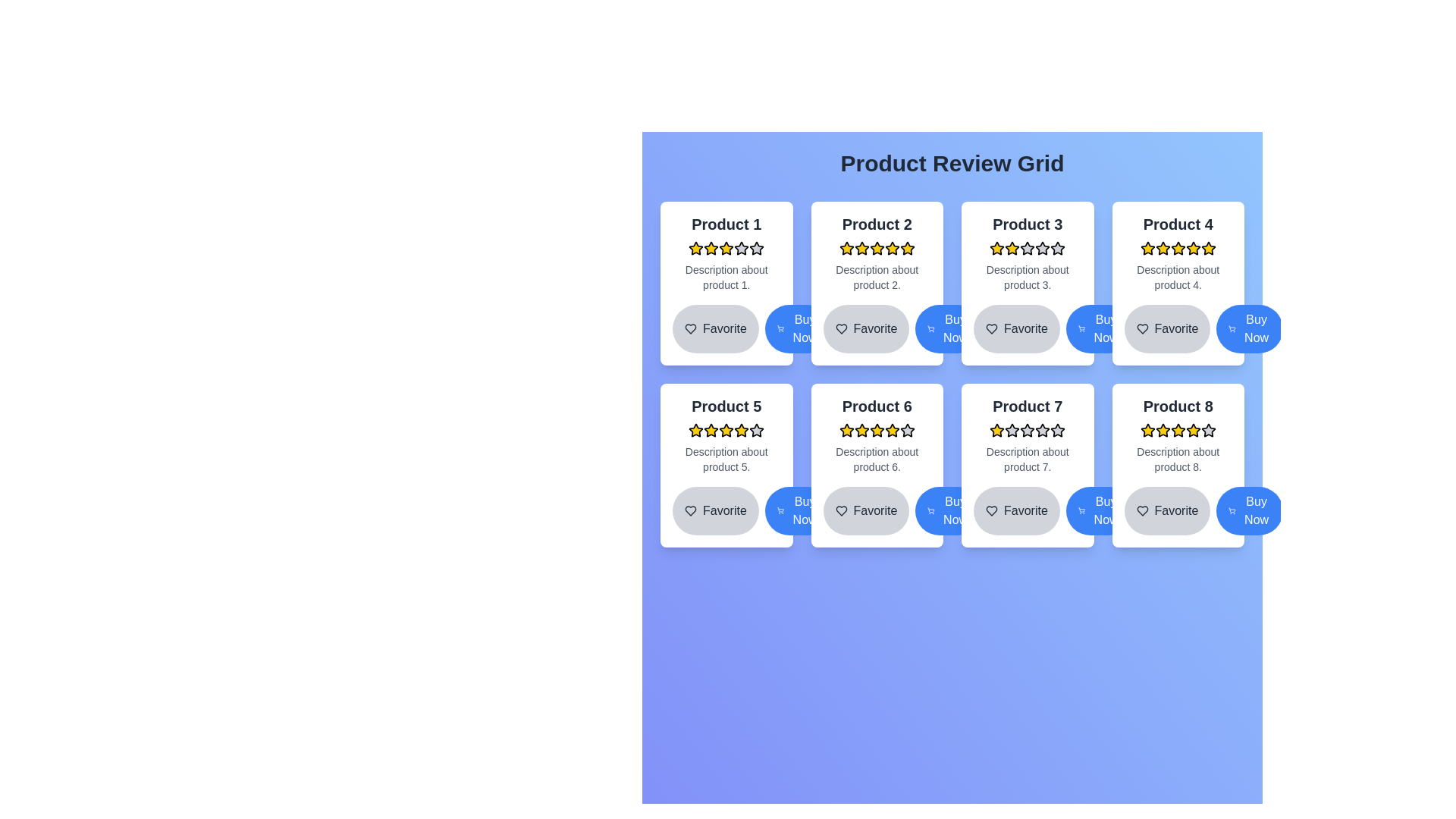  Describe the element at coordinates (726, 284) in the screenshot. I see `the first product card in the grid layout to trigger additional visual effects` at that location.